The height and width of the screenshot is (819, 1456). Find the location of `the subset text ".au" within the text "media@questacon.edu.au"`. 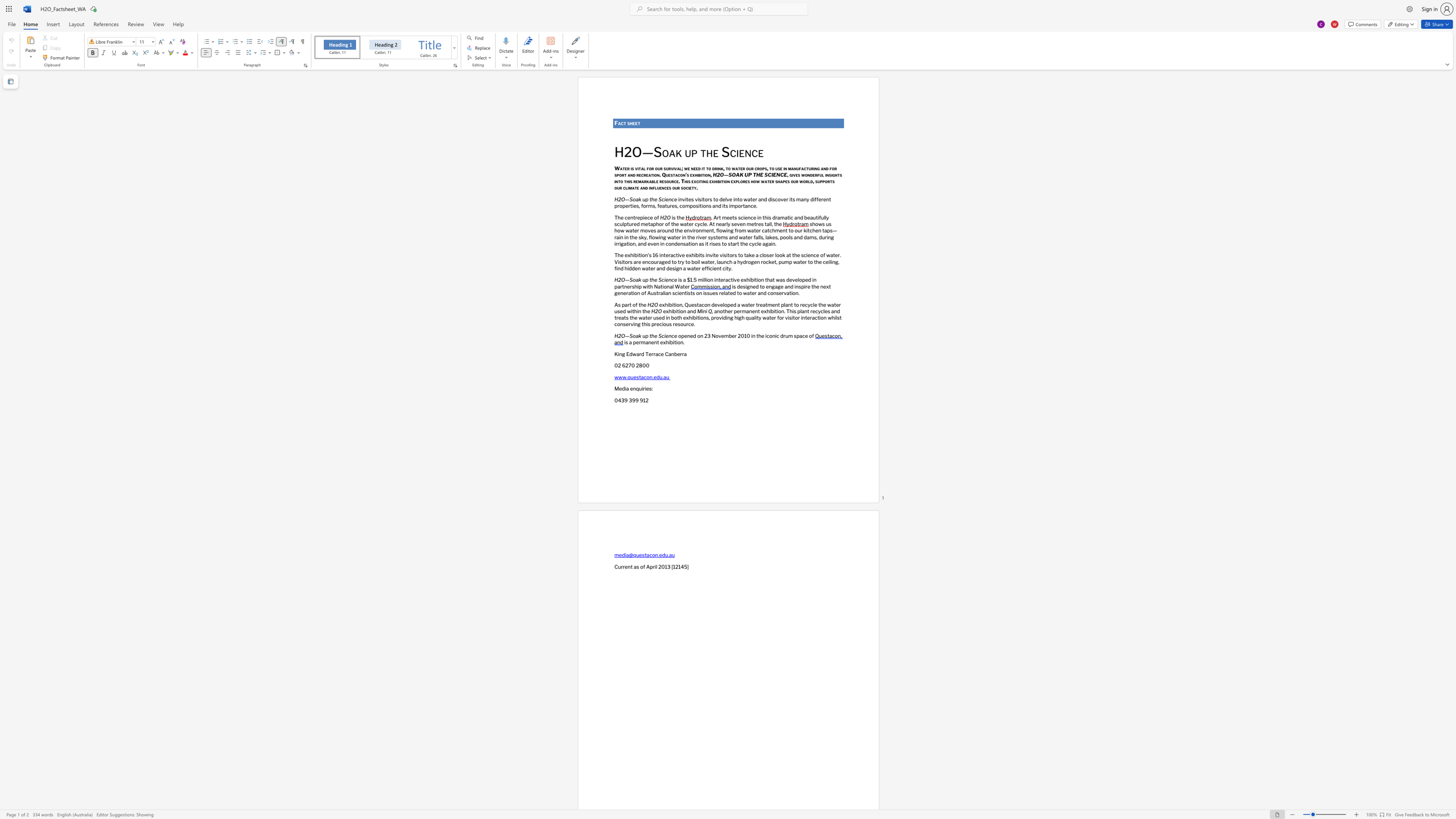

the subset text ".au" within the text "media@questacon.edu.au" is located at coordinates (668, 555).